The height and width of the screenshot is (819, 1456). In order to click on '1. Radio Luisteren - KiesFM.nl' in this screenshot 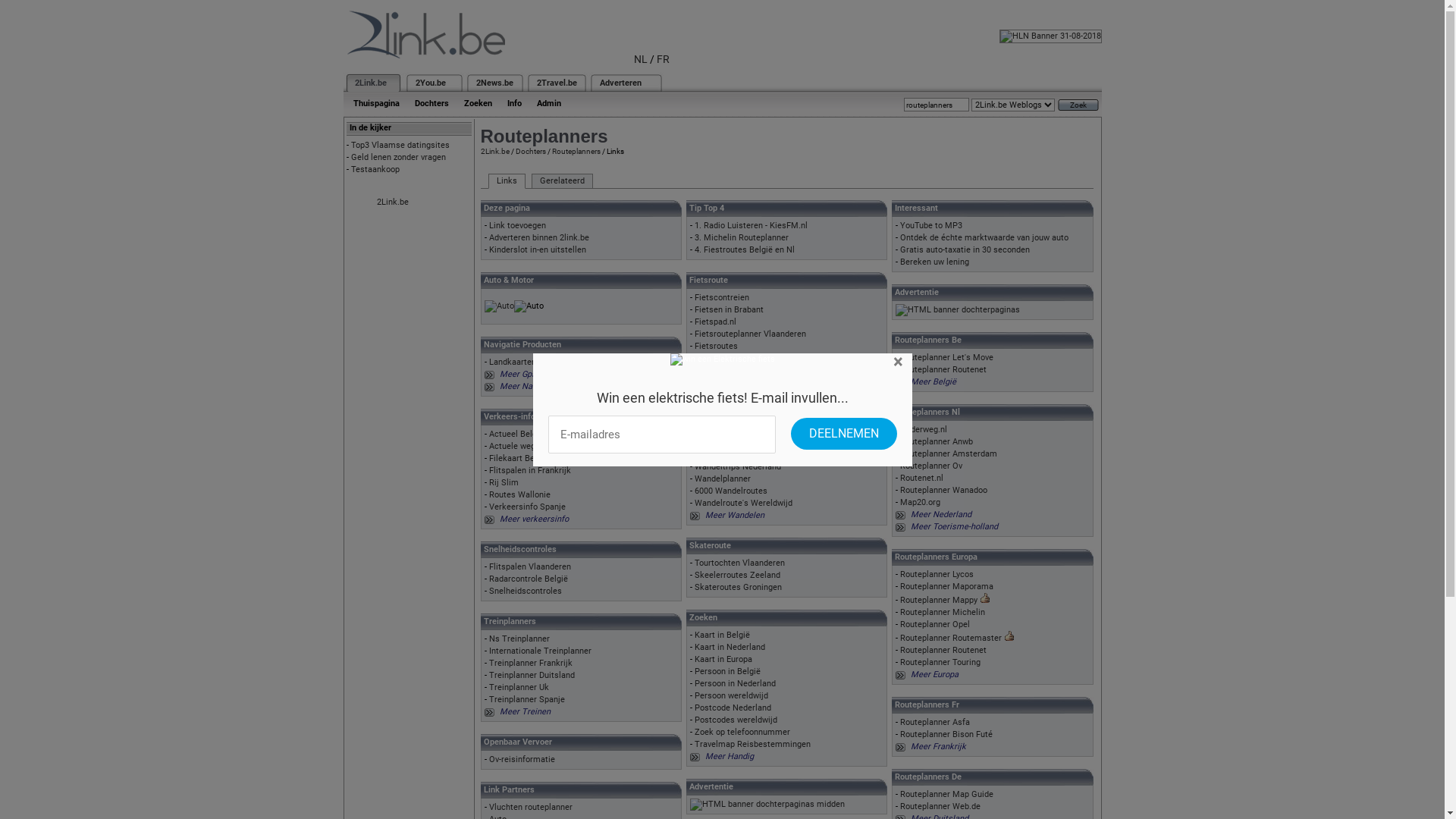, I will do `click(751, 225)`.